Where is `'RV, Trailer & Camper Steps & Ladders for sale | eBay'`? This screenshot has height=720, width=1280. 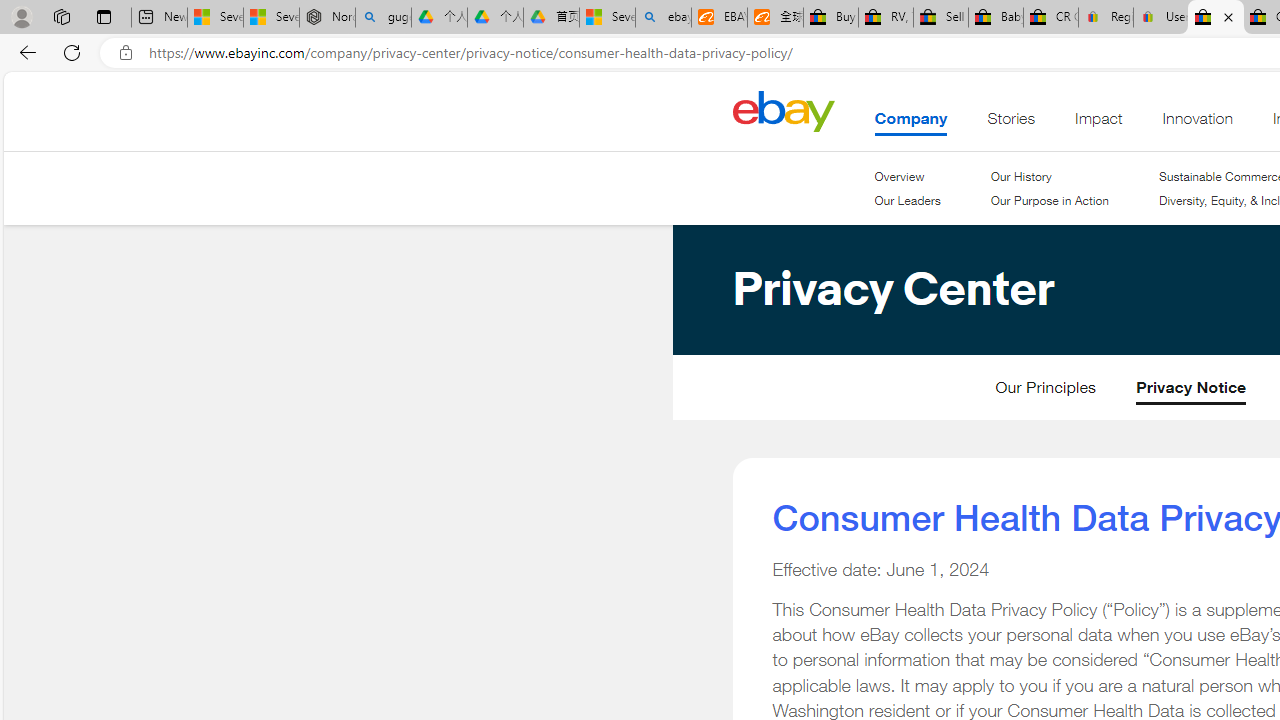 'RV, Trailer & Camper Steps & Ladders for sale | eBay' is located at coordinates (884, 17).